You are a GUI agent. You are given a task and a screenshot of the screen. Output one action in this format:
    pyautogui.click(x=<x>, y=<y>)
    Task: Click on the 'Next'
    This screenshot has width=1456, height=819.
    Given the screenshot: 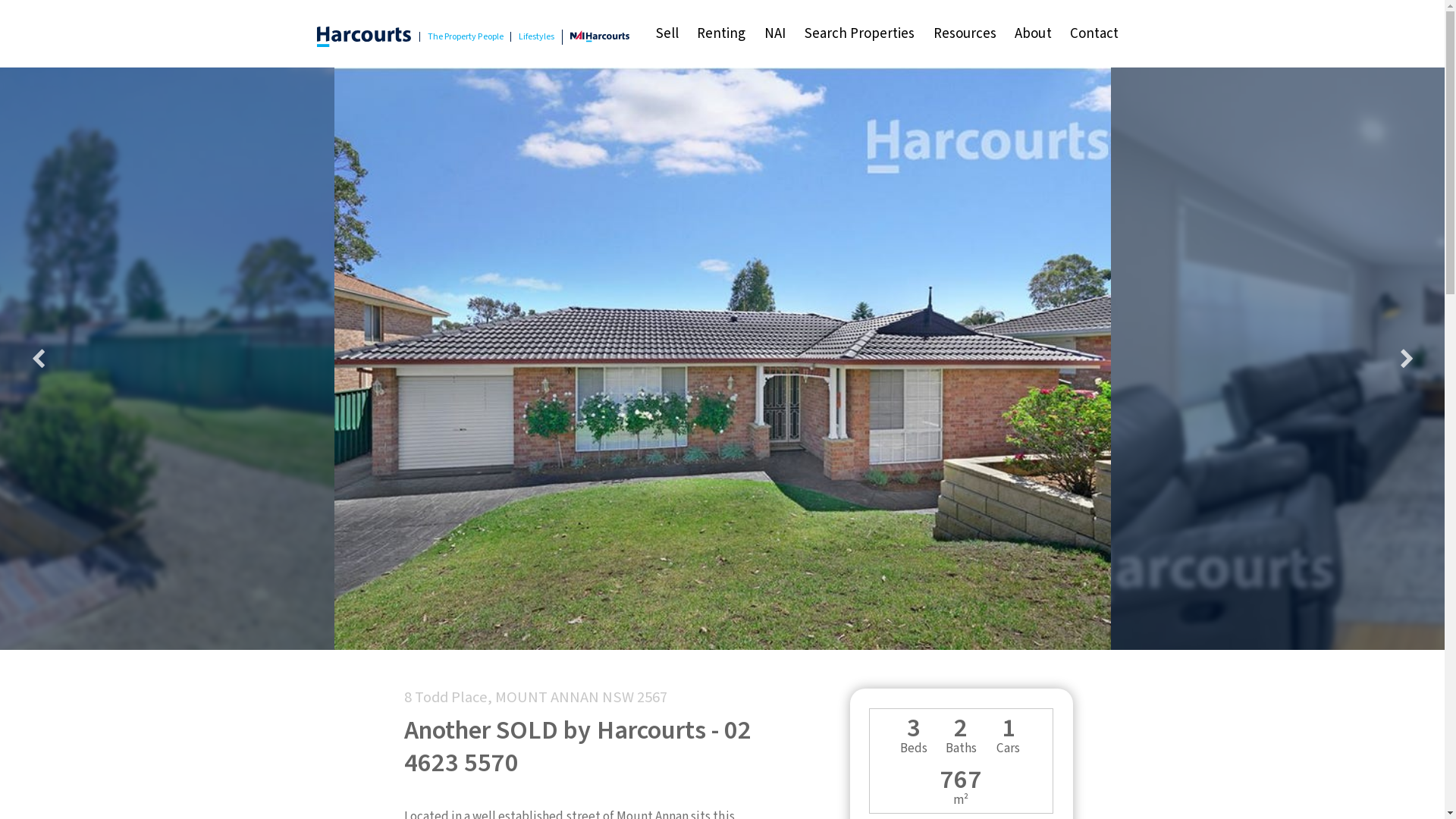 What is the action you would take?
    pyautogui.click(x=1405, y=359)
    